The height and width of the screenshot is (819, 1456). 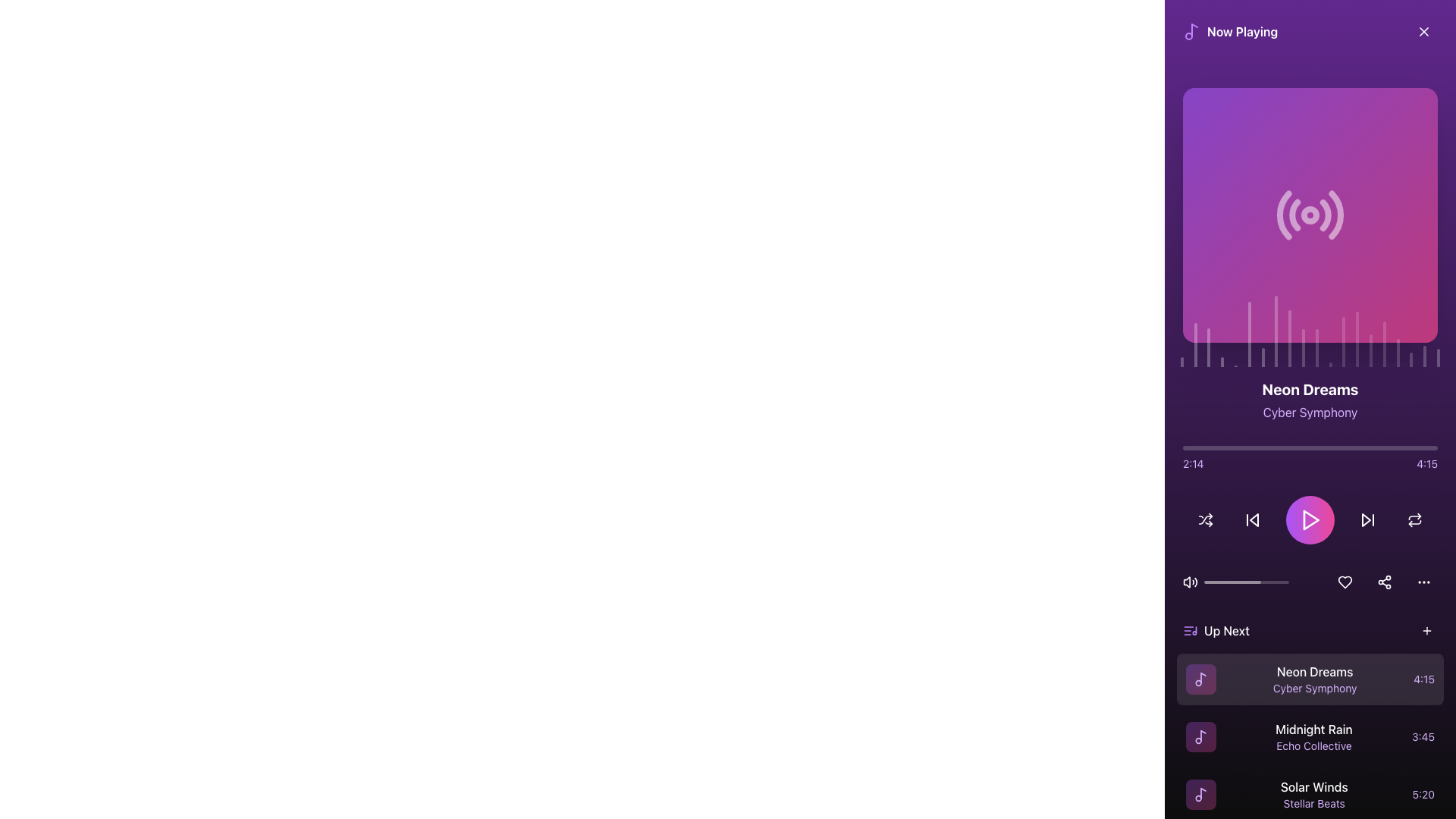 I want to click on the twelfth Decorative visualizer bar, which is a thin vertical bar with a light appearance and rounded top edges, animated with a pulsing effect, located below the central content of the media player UI, so click(x=1316, y=348).